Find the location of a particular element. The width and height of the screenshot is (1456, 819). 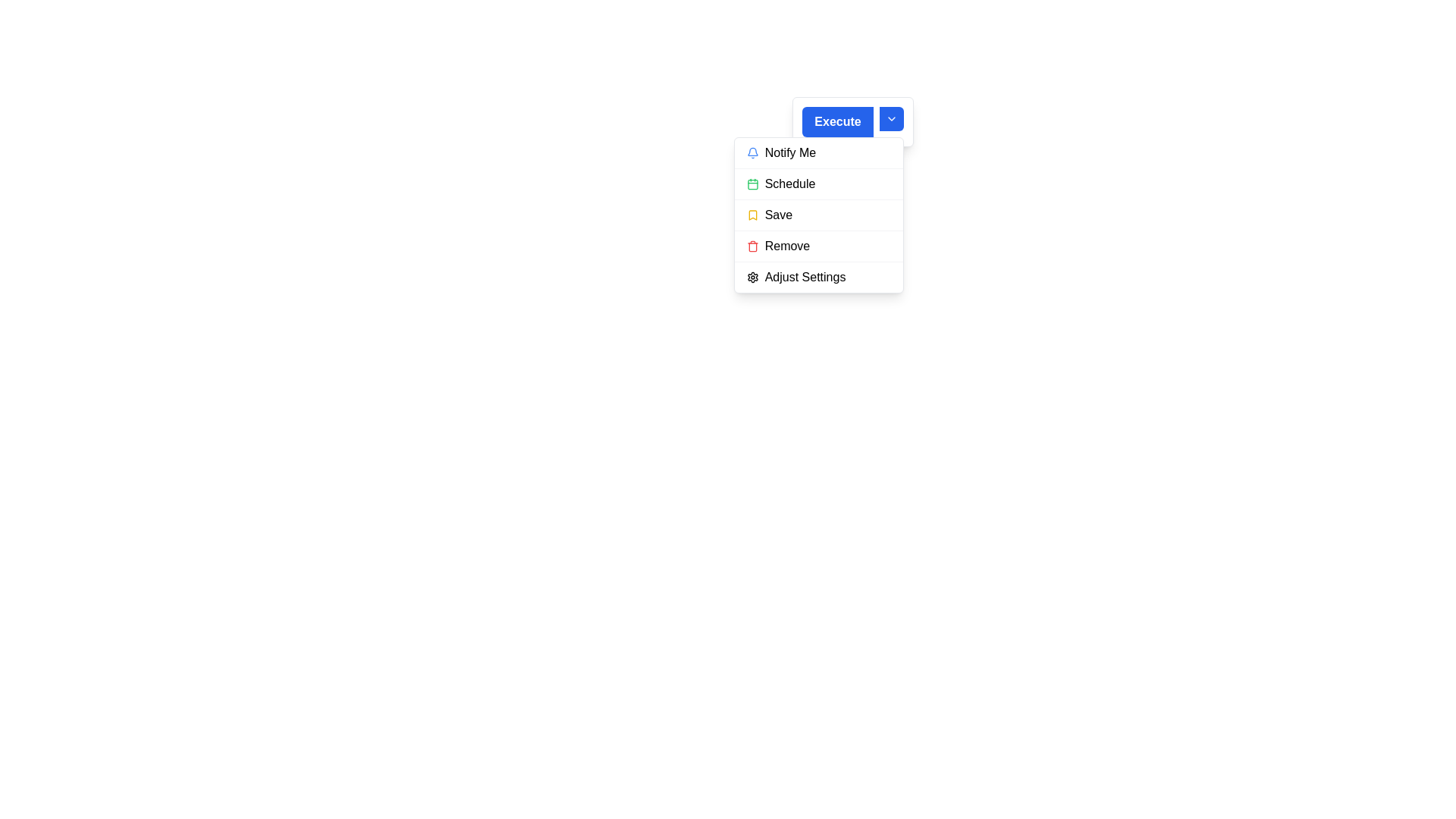

the gear-like graphical icon that represents the 'Adjust Settings' menu item, located to the left of the text label is located at coordinates (752, 278).